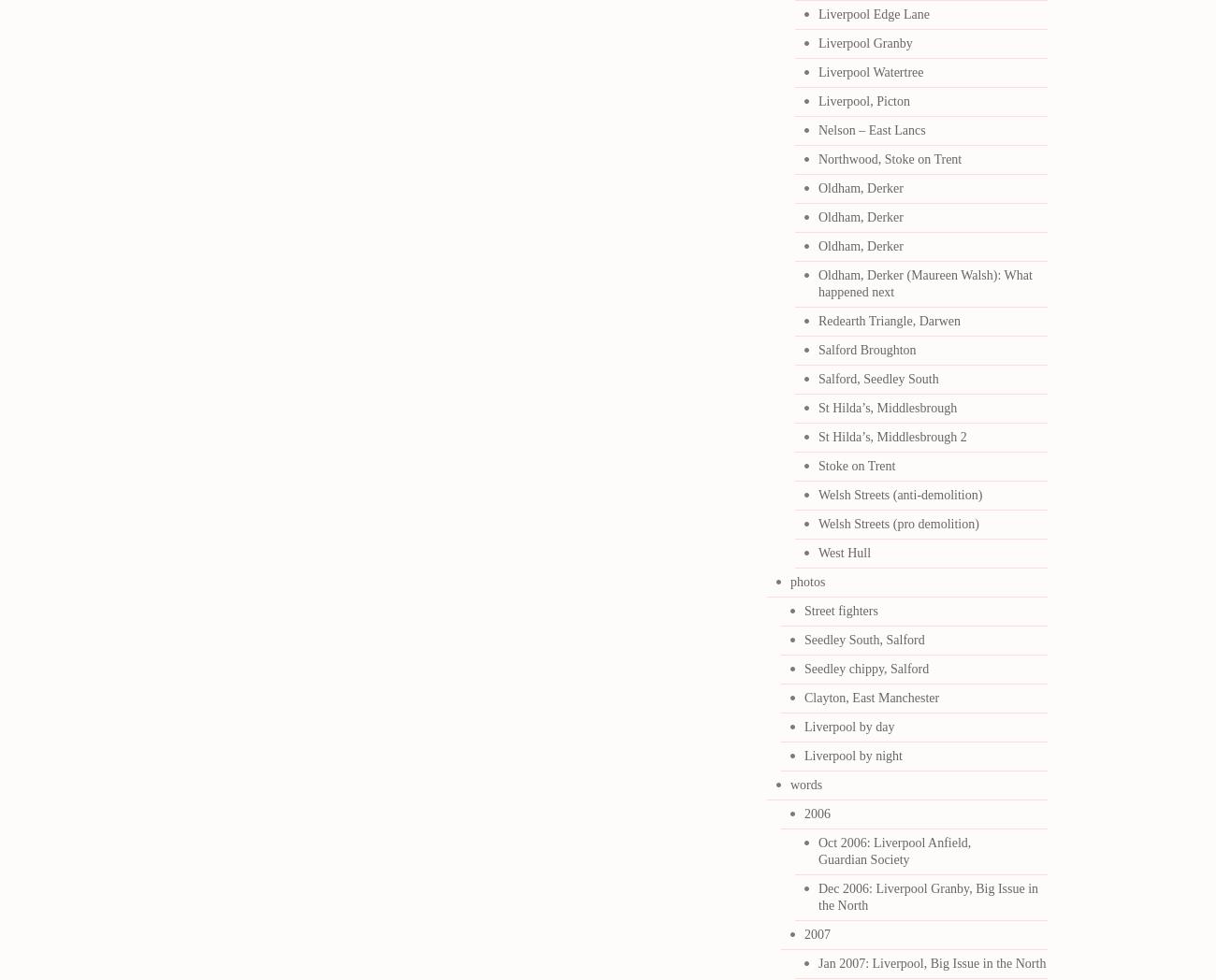 The width and height of the screenshot is (1216, 980). What do you see at coordinates (894, 850) in the screenshot?
I see `'Oct 2006: Liverpool Anfield, Guardian Society'` at bounding box center [894, 850].